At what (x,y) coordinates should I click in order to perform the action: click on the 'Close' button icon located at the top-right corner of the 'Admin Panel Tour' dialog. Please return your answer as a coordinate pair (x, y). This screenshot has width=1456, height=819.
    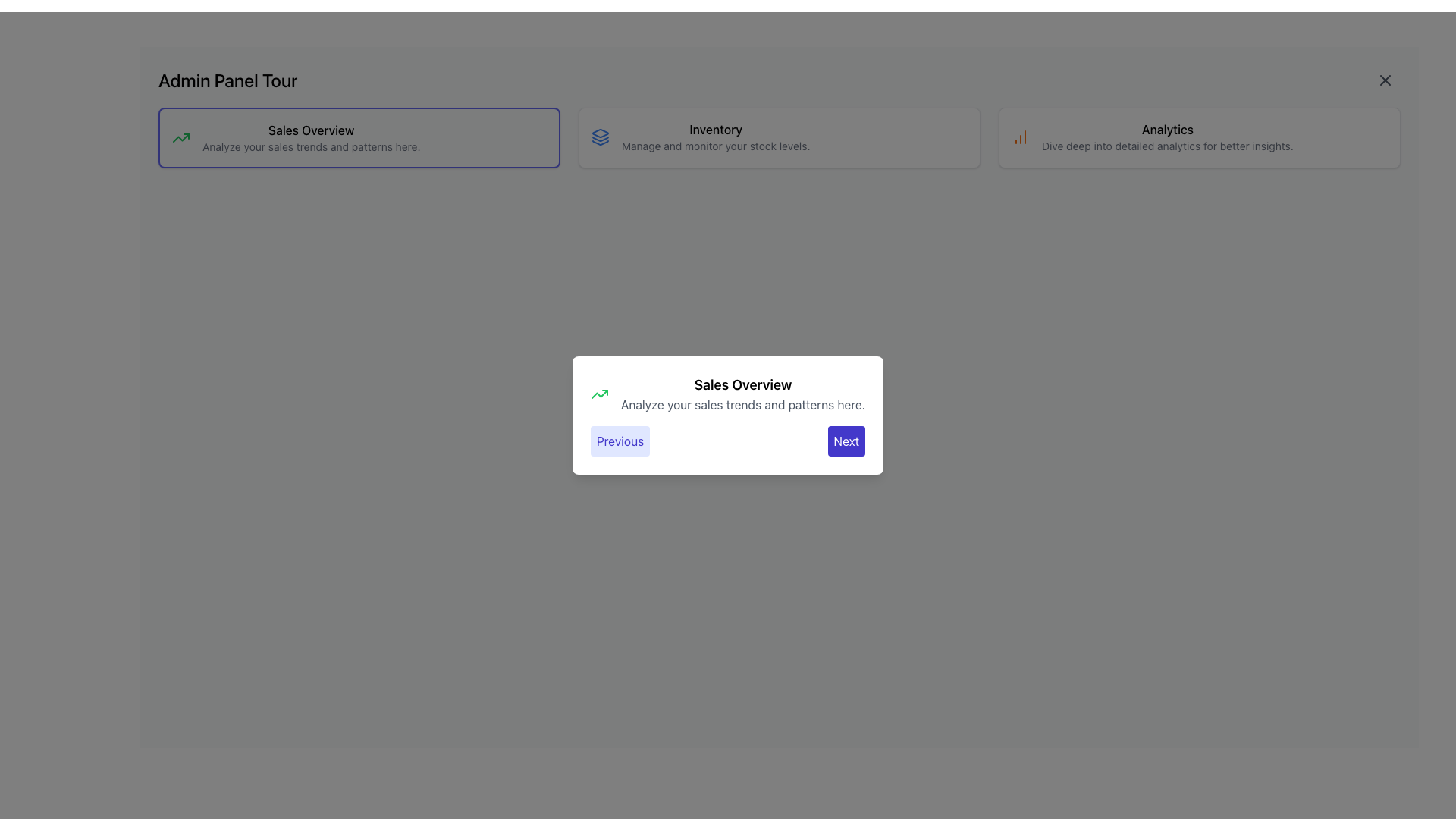
    Looking at the image, I should click on (1385, 80).